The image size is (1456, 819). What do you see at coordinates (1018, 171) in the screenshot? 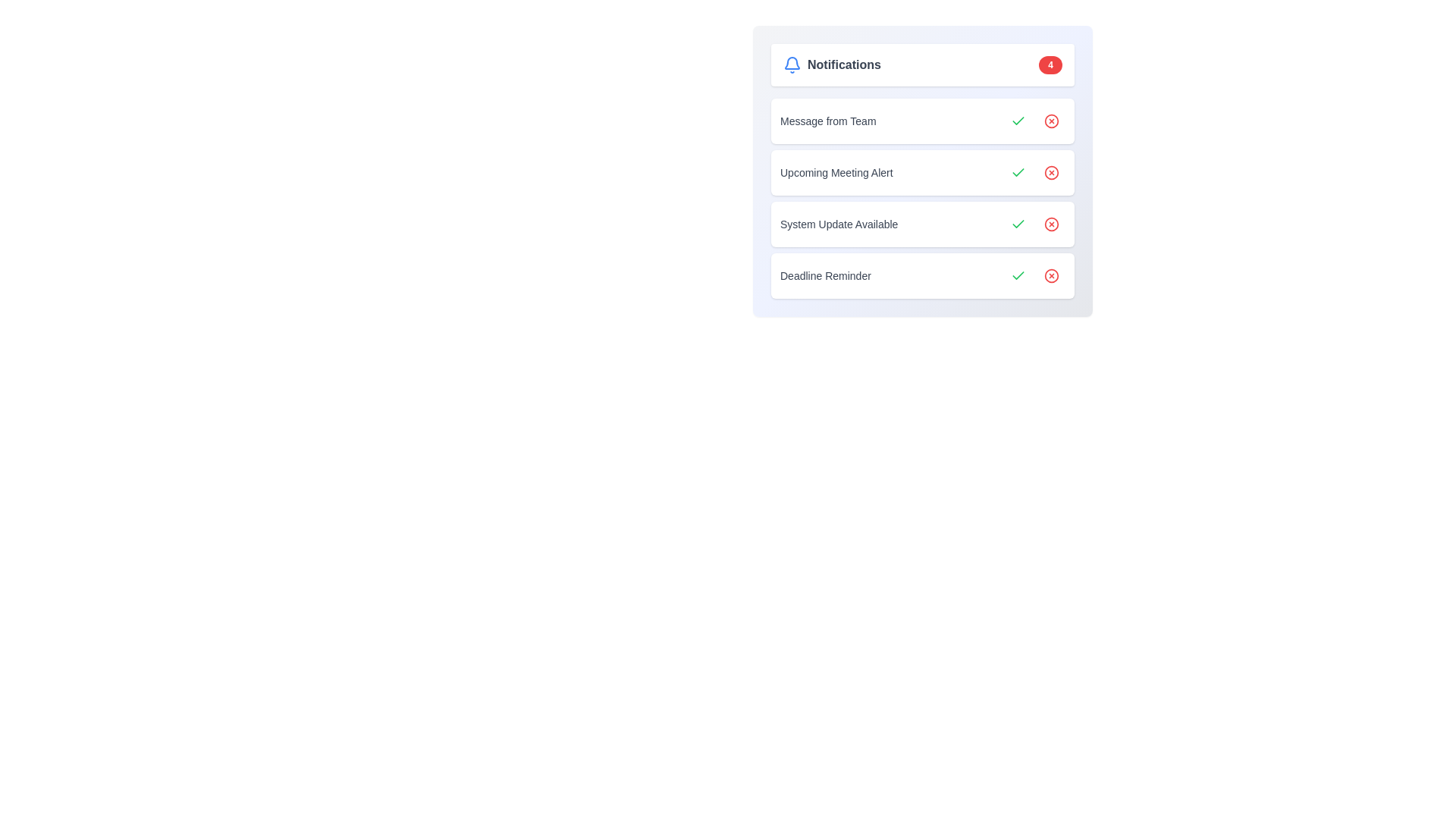
I see `the visual state of the SVG Icon indicating the completion or acknowledgment of the notification for 'Message from Team', which is the first entry in the list of notifications` at bounding box center [1018, 171].